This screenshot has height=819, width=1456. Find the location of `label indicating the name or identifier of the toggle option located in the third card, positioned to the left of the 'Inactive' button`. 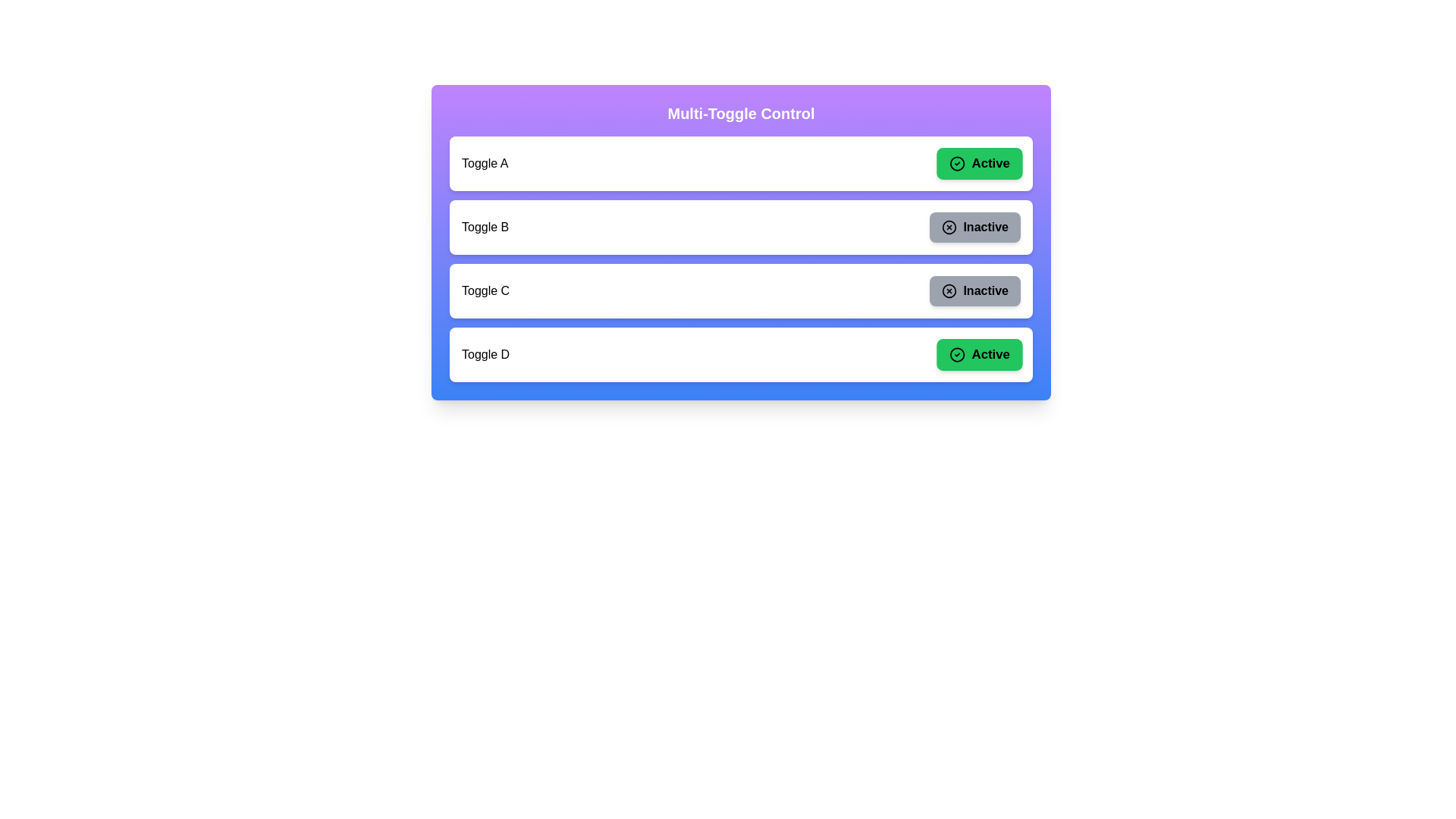

label indicating the name or identifier of the toggle option located in the third card, positioned to the left of the 'Inactive' button is located at coordinates (485, 291).